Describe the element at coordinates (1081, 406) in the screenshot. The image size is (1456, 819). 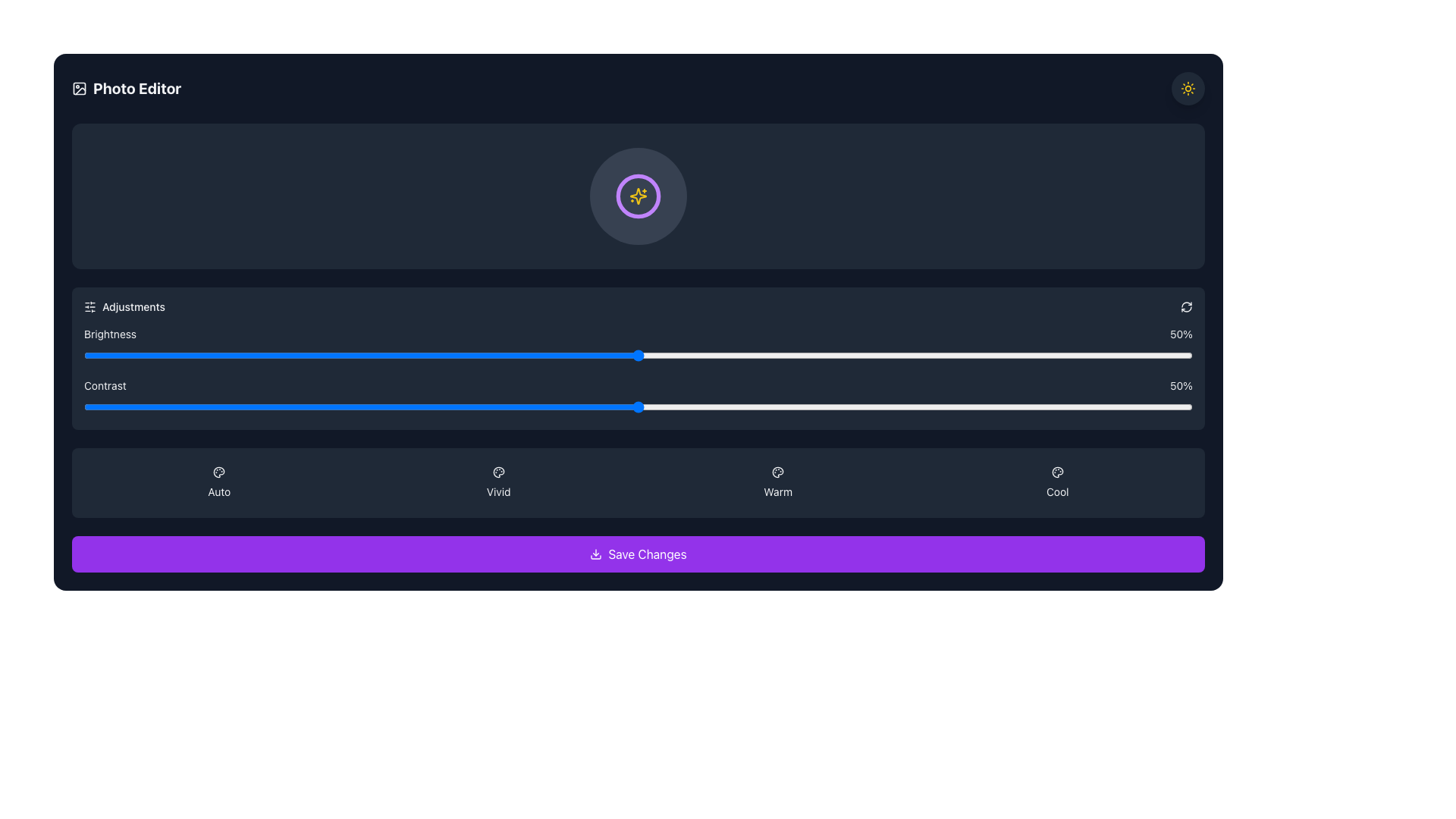
I see `the value of the slider` at that location.